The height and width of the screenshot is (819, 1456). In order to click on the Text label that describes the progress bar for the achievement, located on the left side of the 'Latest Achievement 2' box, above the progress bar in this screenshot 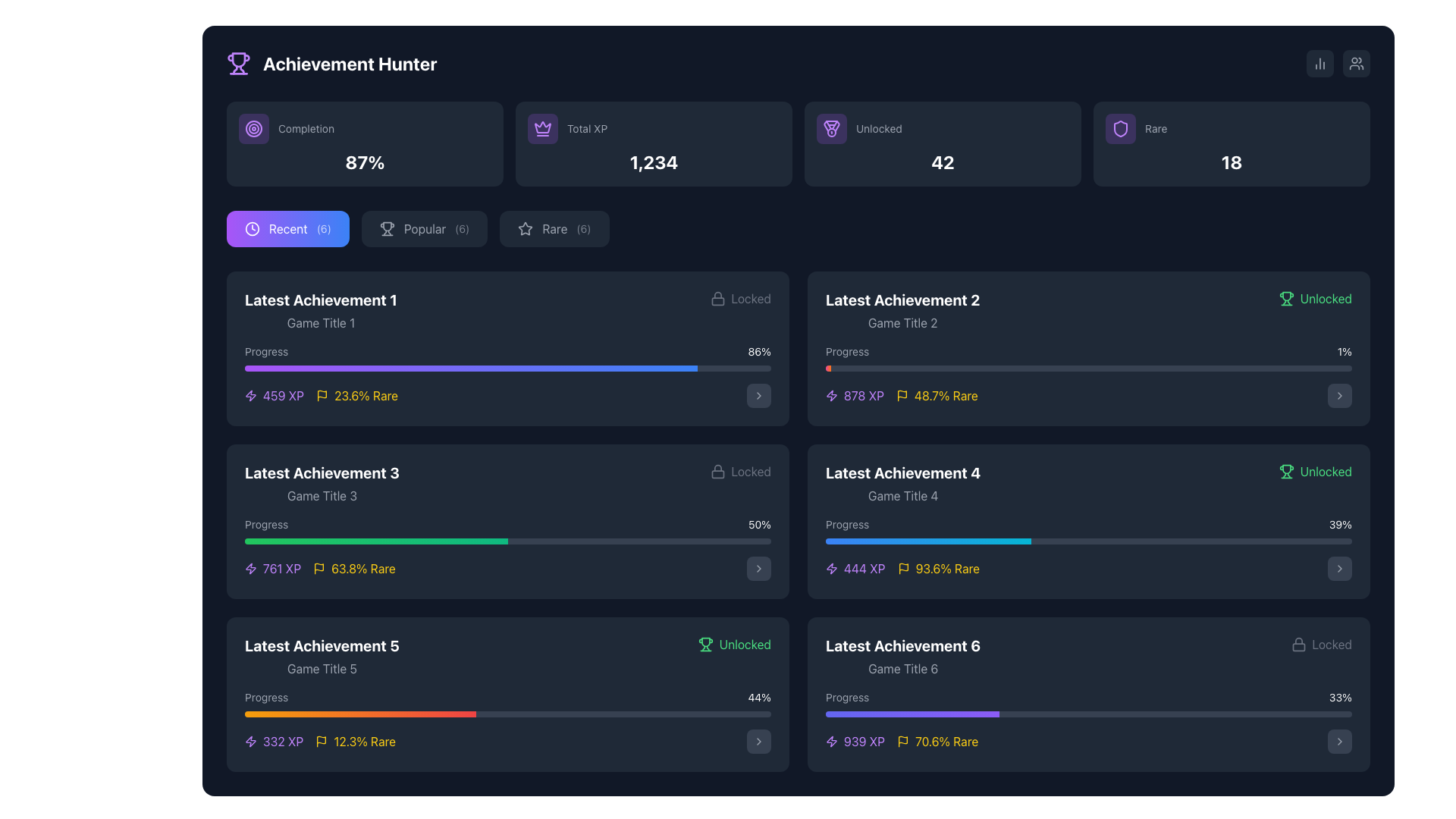, I will do `click(846, 351)`.